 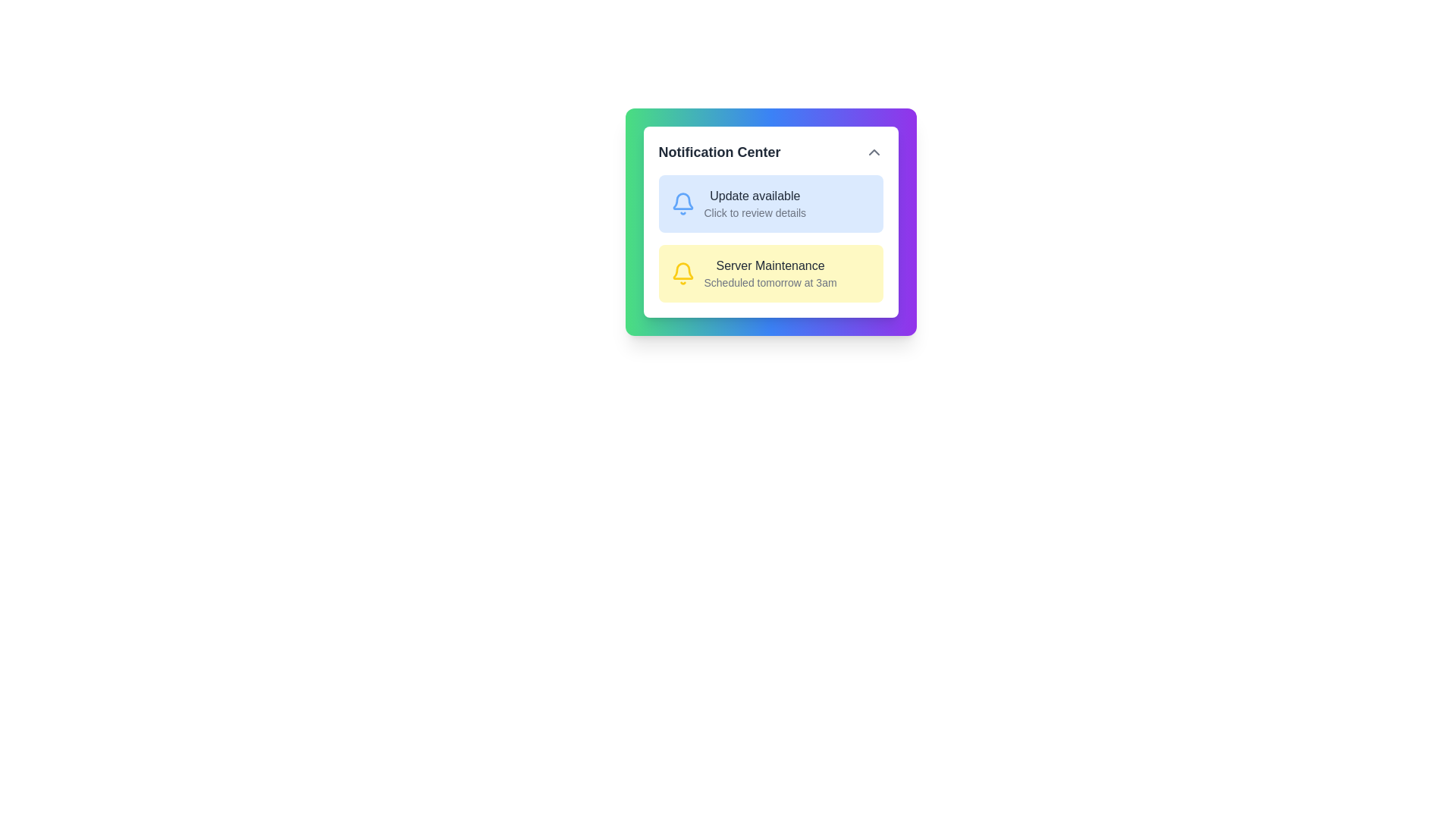 I want to click on the text label displaying 'Server Maintenance' located in the Notification Center card, which is aligned to the left edge and has a dark gray font on a pale yellow background, so click(x=770, y=265).